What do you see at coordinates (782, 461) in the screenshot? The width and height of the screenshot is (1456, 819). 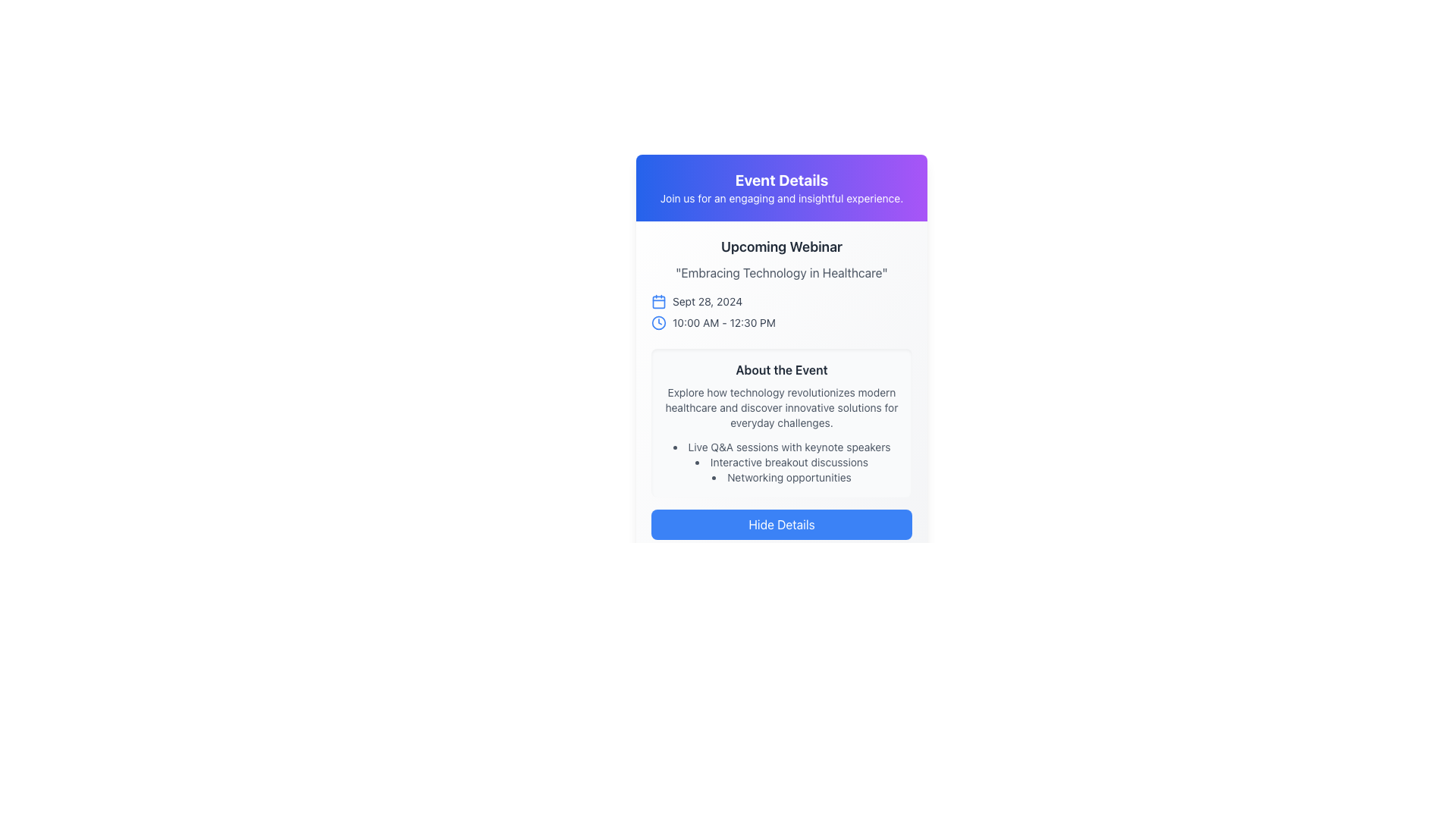 I see `bullet point text that says 'Interactive breakout discussions', located in the 'About the Event' section of the modal window` at bounding box center [782, 461].